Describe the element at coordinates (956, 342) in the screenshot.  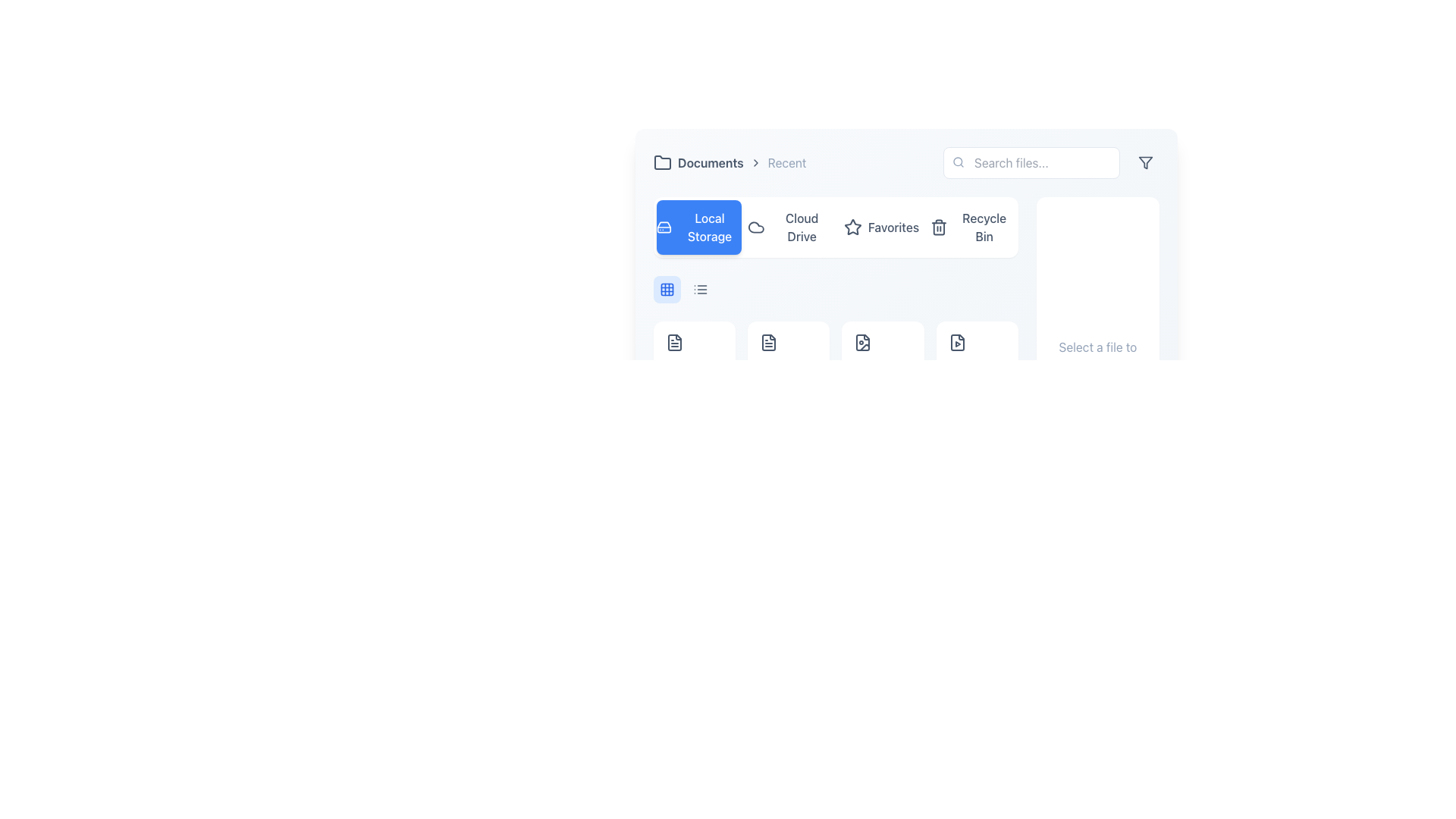
I see `the video file icon, which is the fourth item in the grid layout of icons` at that location.